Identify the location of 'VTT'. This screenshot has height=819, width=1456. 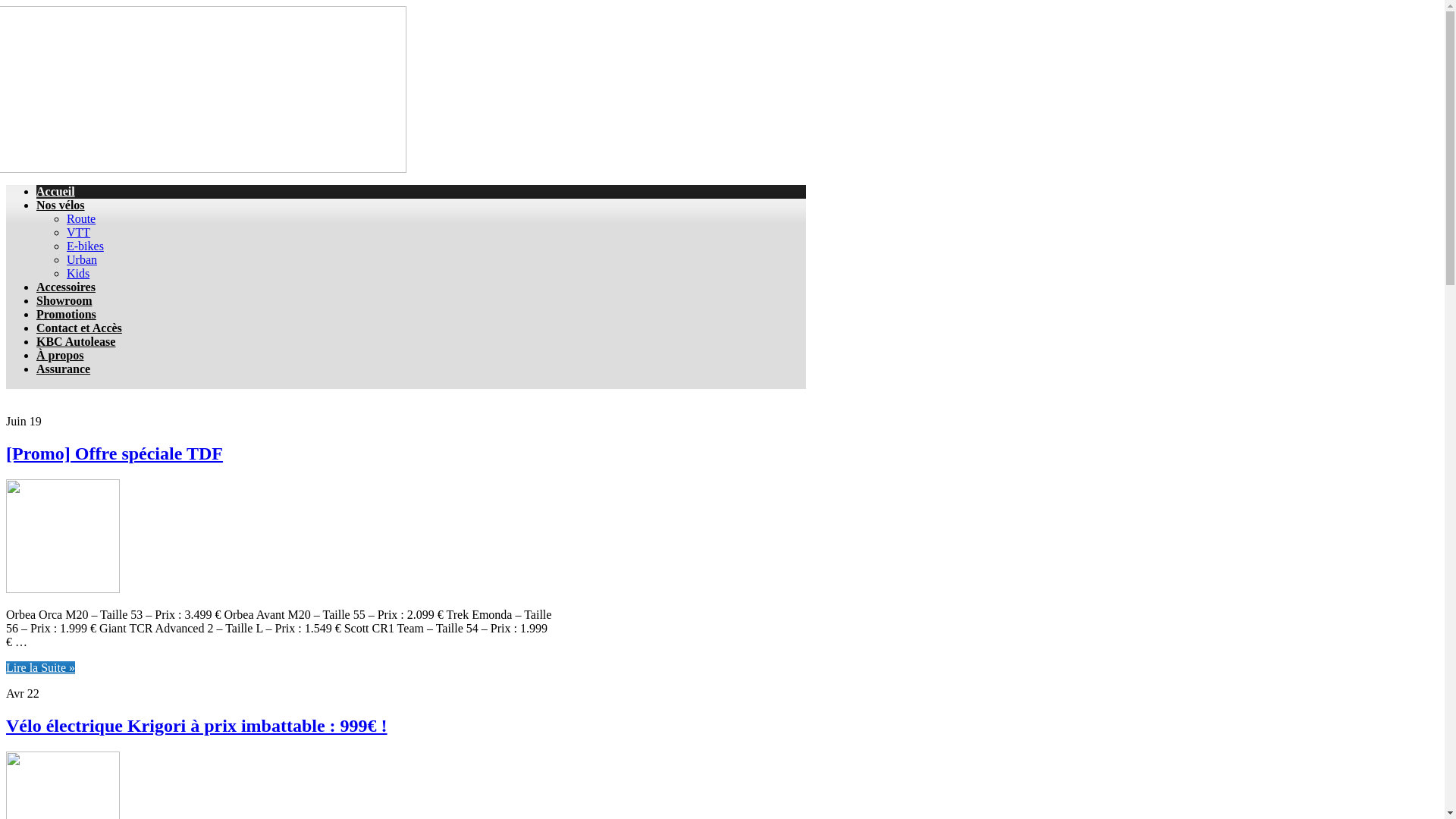
(77, 232).